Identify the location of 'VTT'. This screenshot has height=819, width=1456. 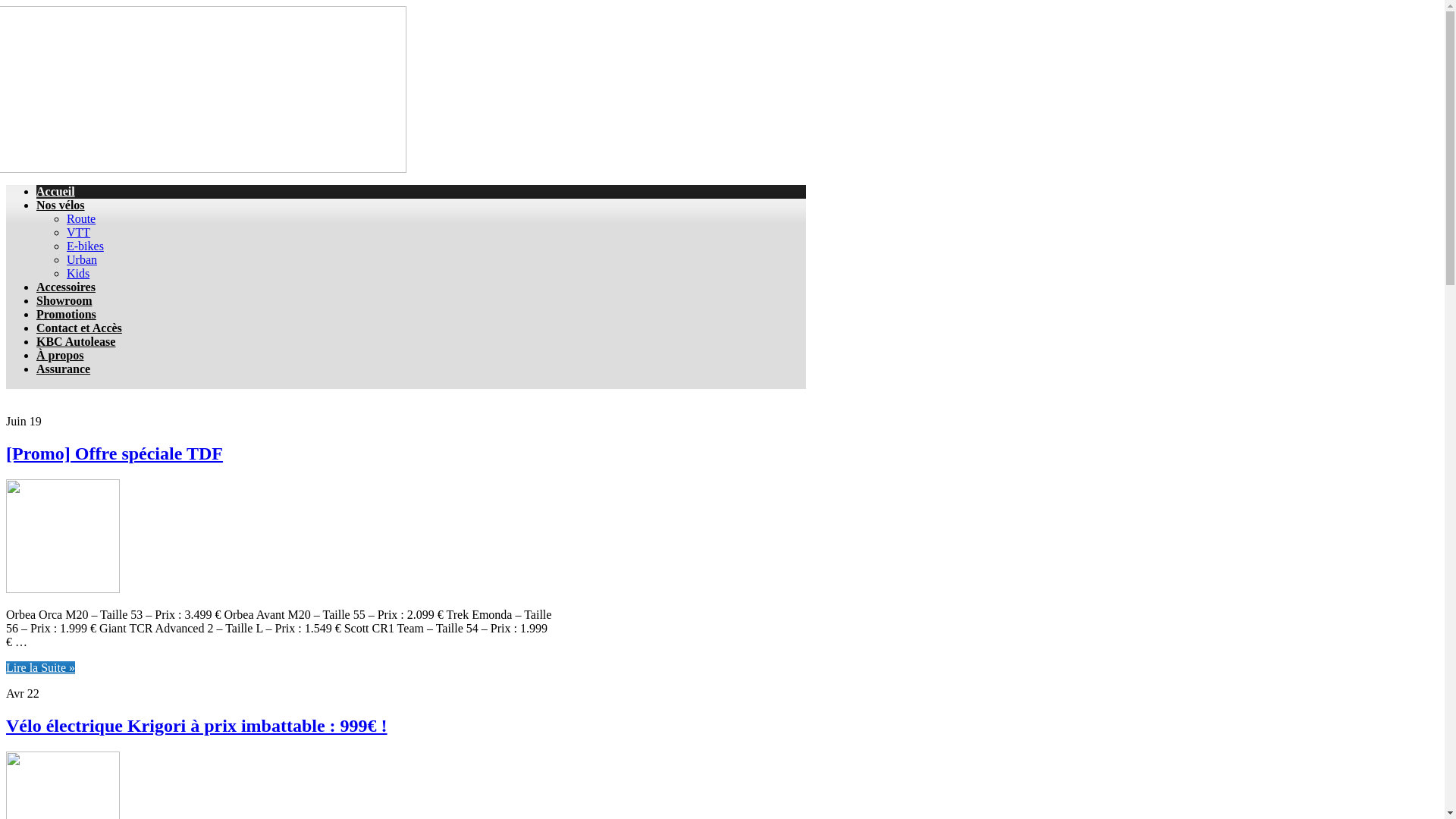
(77, 232).